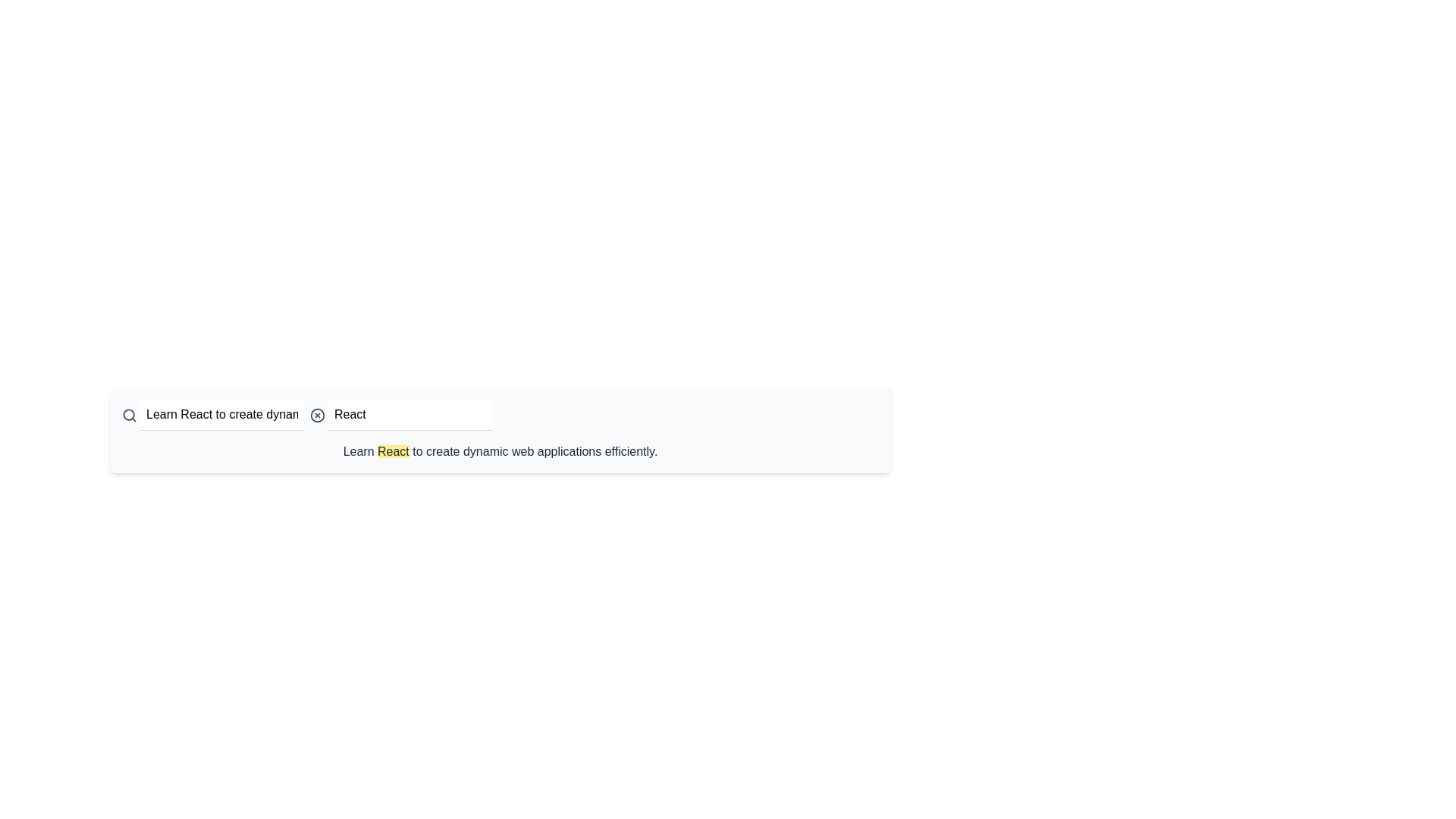 Image resolution: width=1456 pixels, height=819 pixels. I want to click on the icon button located to the left of the text input box with the placeholder 'Search phrase', so click(316, 415).